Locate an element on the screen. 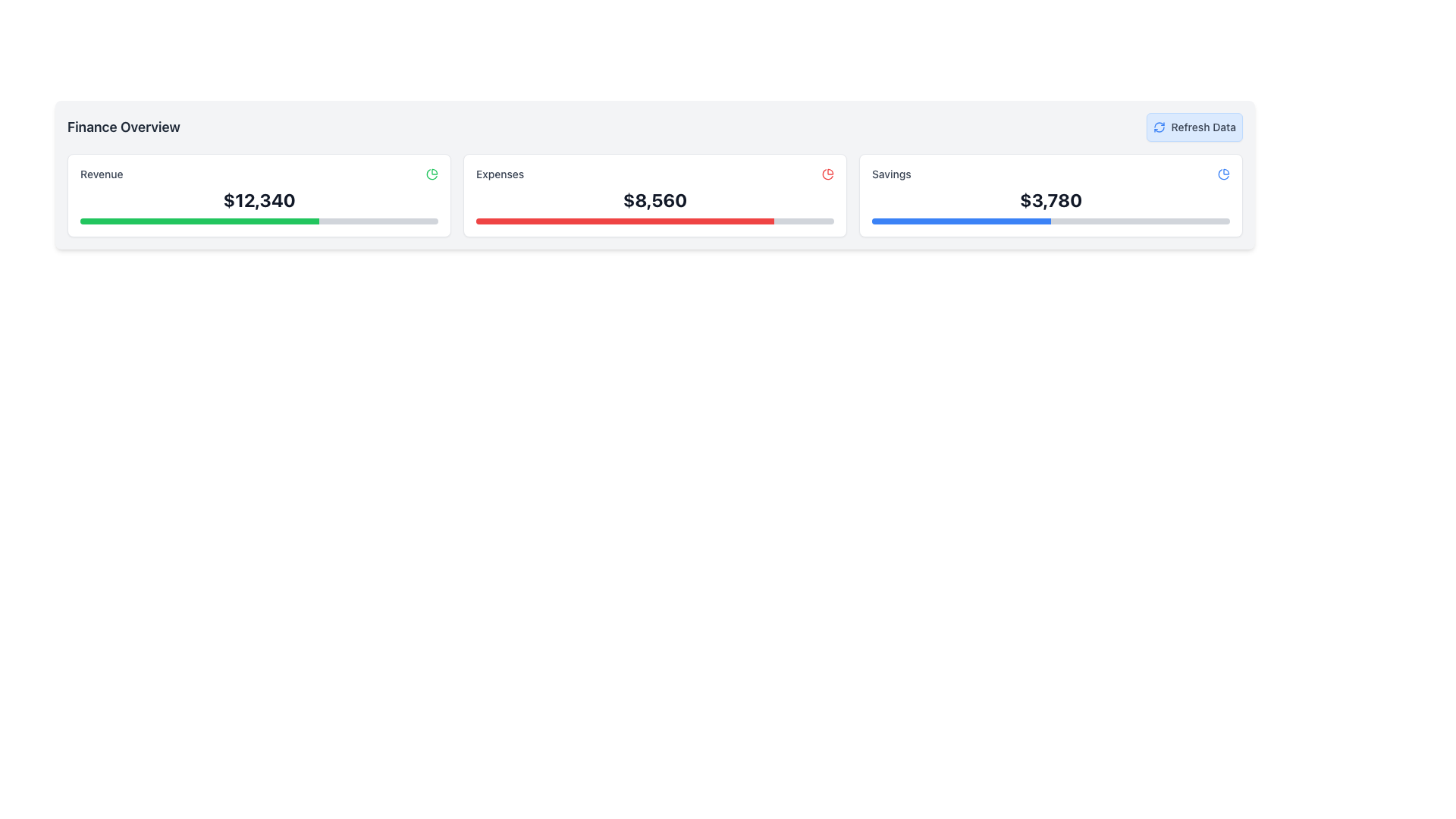 This screenshot has height=819, width=1456. the horizontal progress bar located below the '$8,560' text in the 'Expenses' card is located at coordinates (655, 221).